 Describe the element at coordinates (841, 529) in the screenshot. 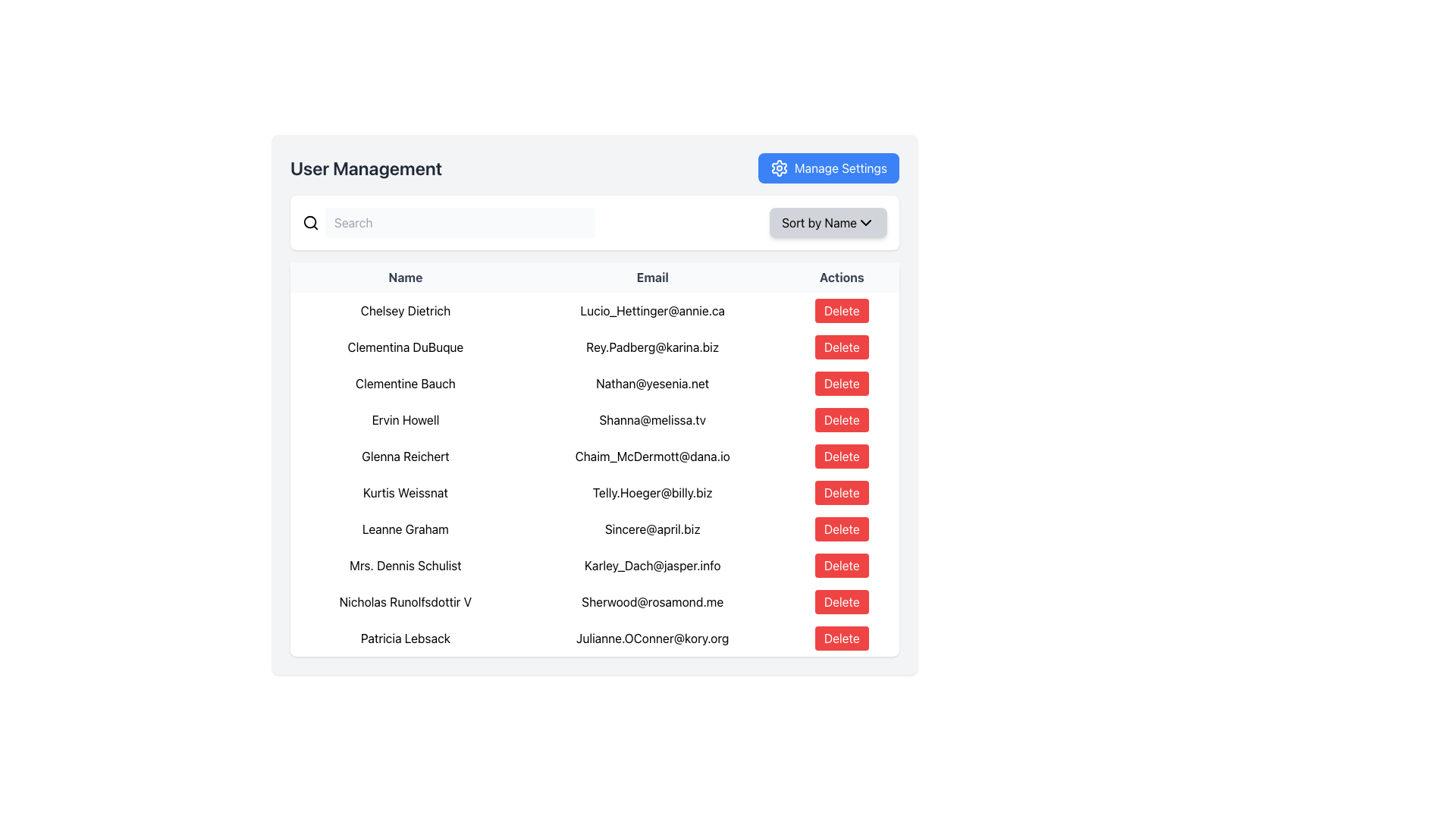

I see `the delete button for the user 'Leanne Graham' located in the rightmost 'Actions' column of the user management table` at that location.